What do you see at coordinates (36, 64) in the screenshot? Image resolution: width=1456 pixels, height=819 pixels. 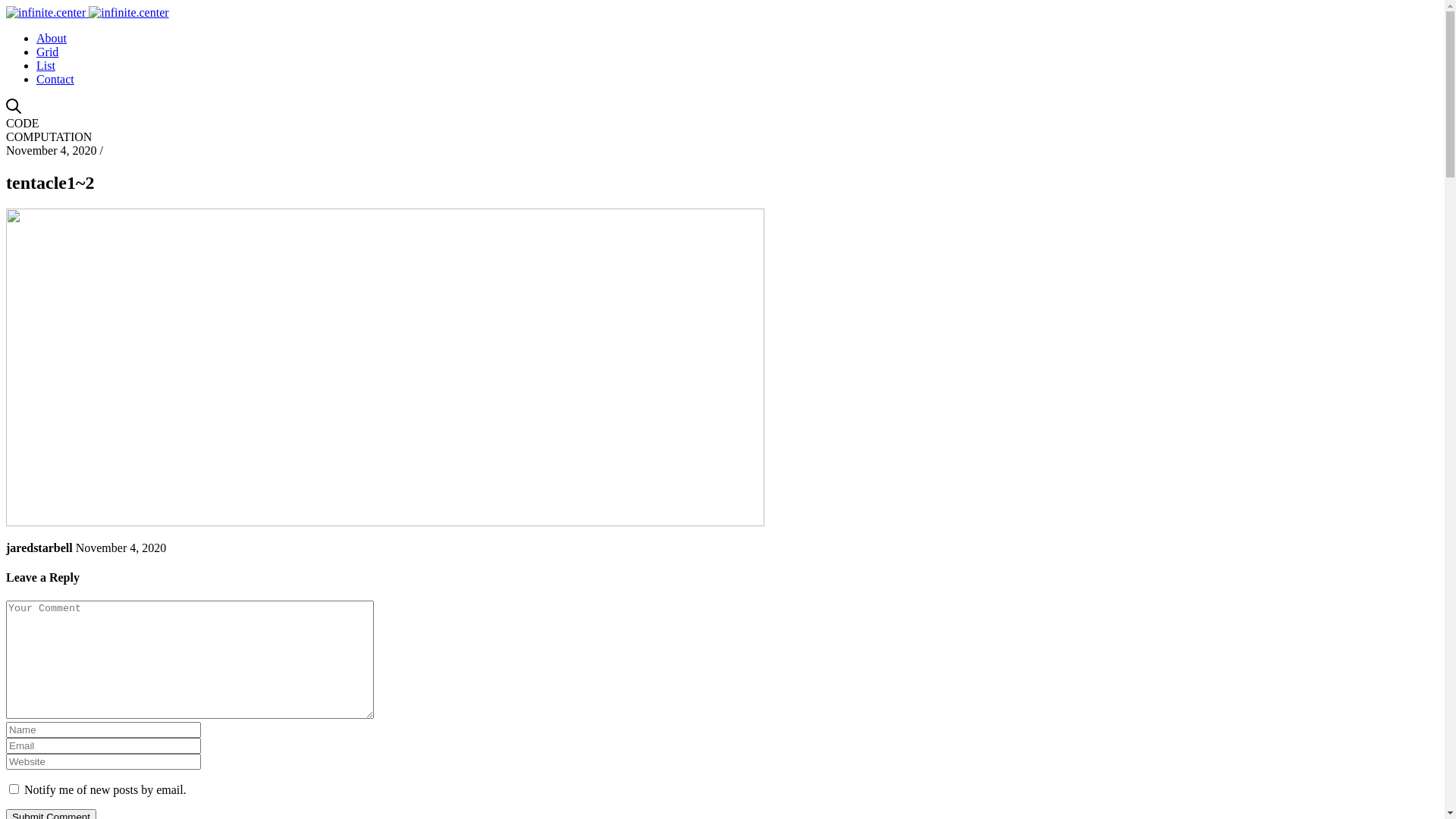 I see `'List'` at bounding box center [36, 64].